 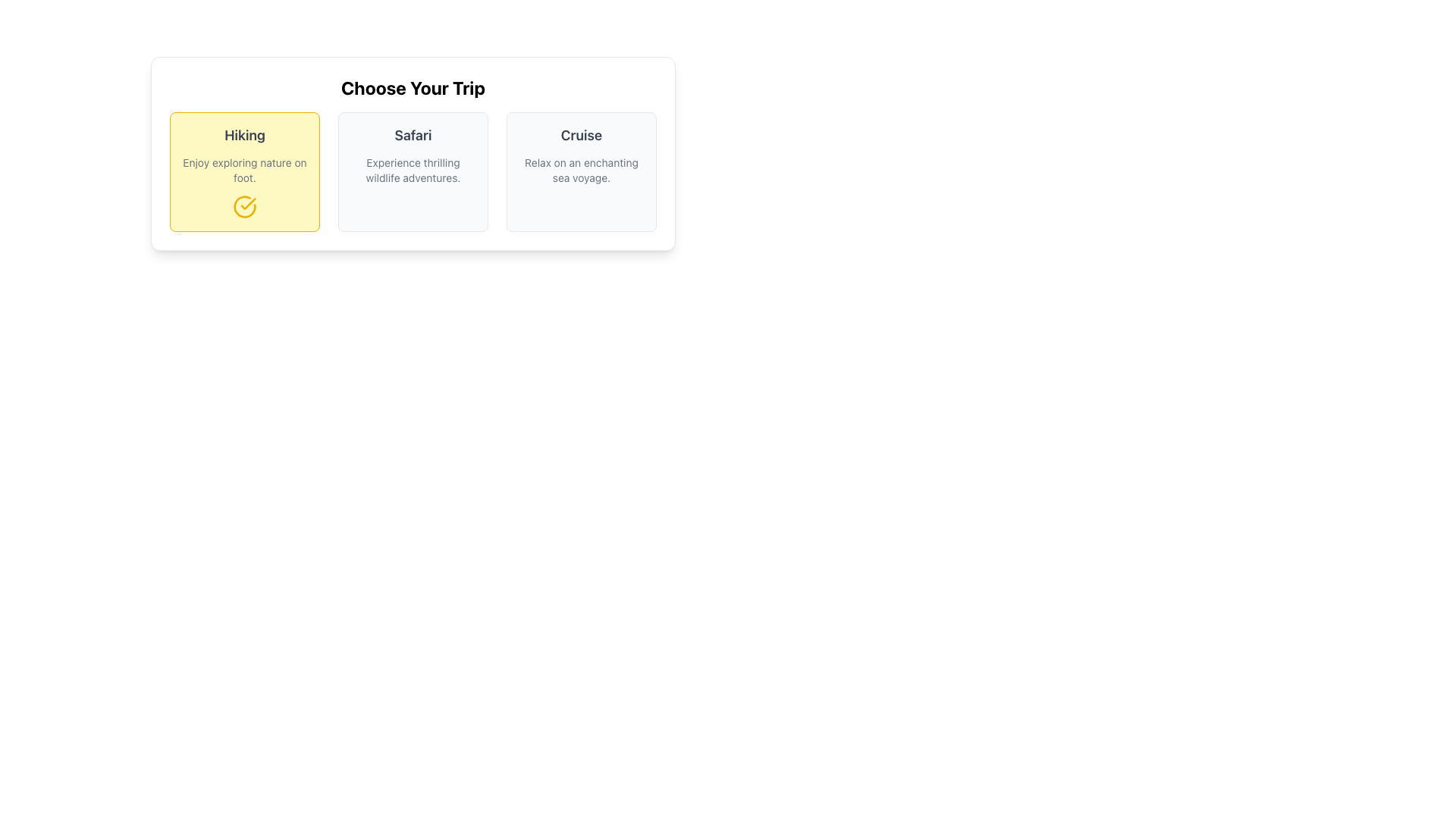 I want to click on the section title located at the top of the card-like layout, which provides context to the options listed below it, so click(x=413, y=87).